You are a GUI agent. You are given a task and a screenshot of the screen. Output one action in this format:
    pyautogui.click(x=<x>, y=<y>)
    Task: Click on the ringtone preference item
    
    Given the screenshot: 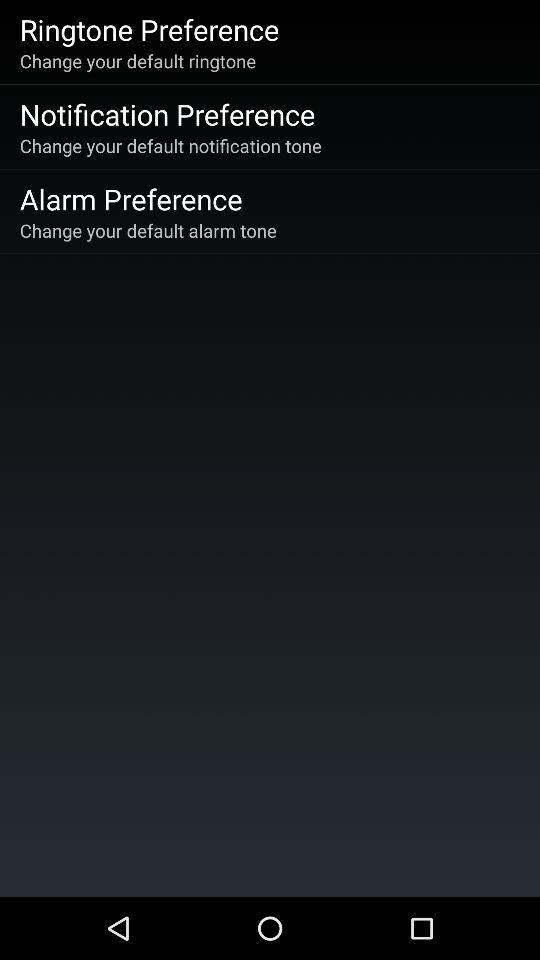 What is the action you would take?
    pyautogui.click(x=148, y=28)
    